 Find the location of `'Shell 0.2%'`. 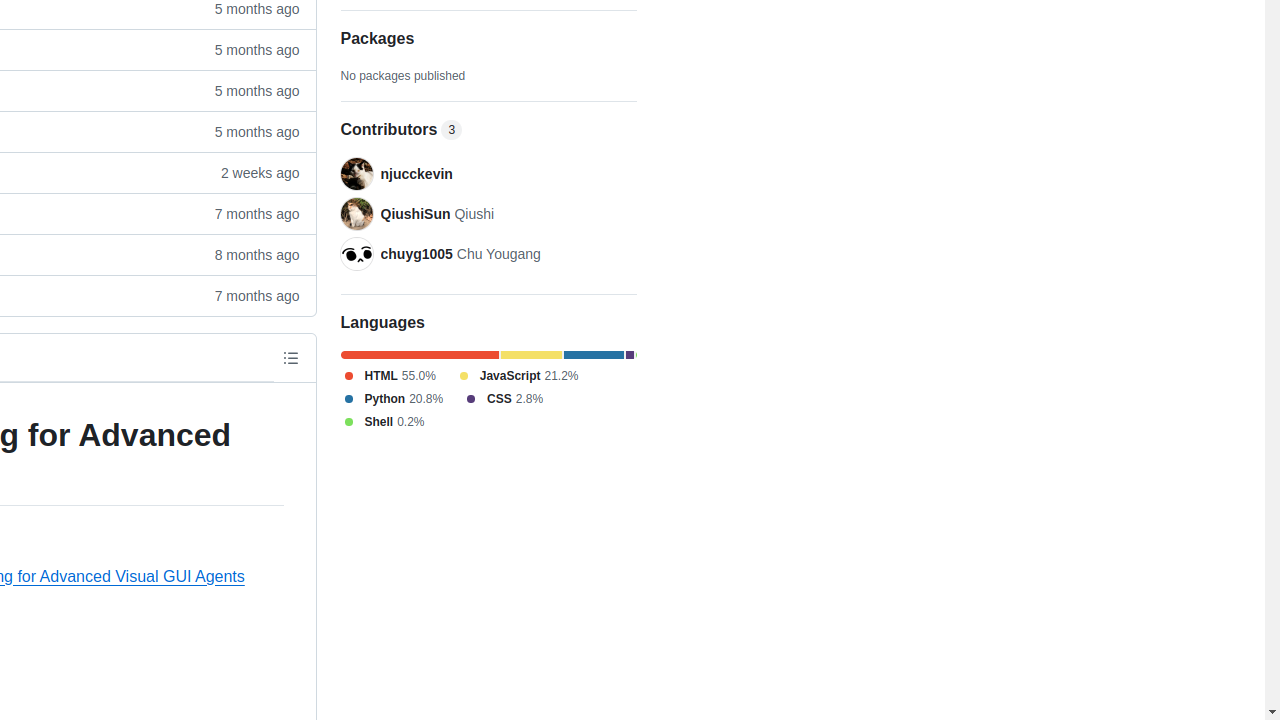

'Shell 0.2%' is located at coordinates (382, 420).